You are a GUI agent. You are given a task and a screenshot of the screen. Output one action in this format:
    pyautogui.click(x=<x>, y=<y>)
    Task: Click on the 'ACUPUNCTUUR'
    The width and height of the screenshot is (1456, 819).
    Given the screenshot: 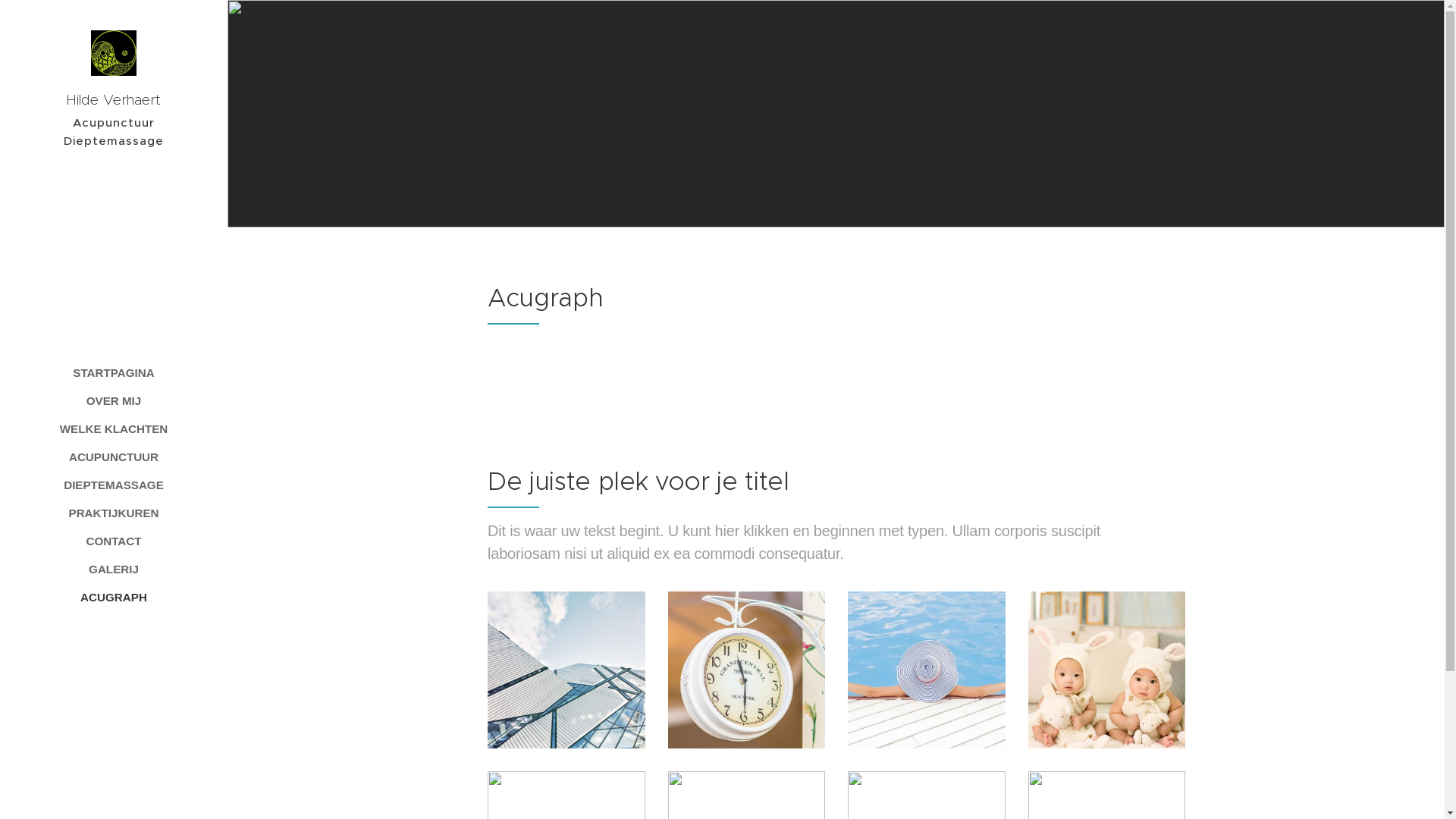 What is the action you would take?
    pyautogui.click(x=4, y=456)
    